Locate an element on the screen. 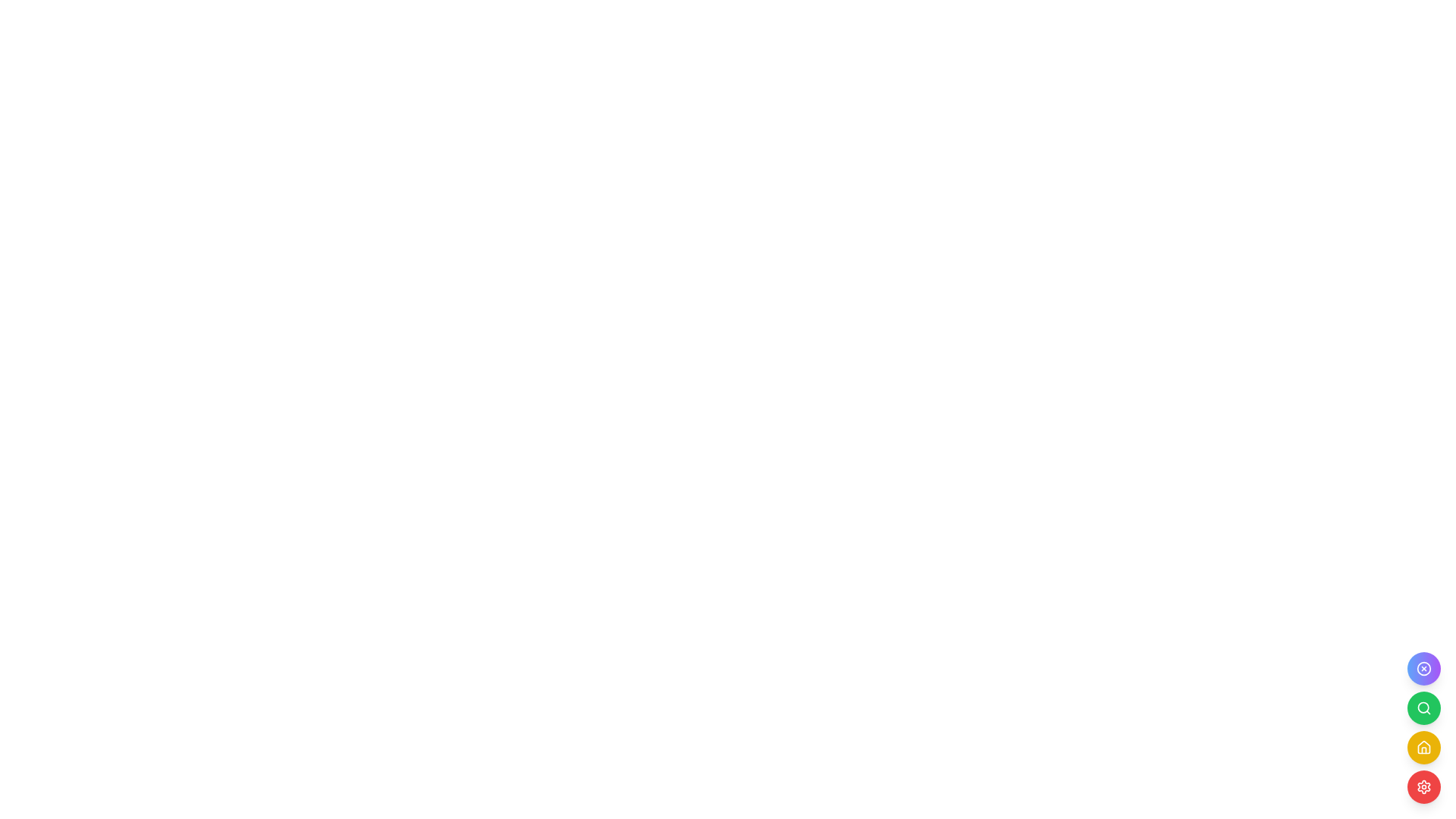  the settings gear icon button, which is located at the bottom-right corner of the interface within a circular red button is located at coordinates (1423, 786).